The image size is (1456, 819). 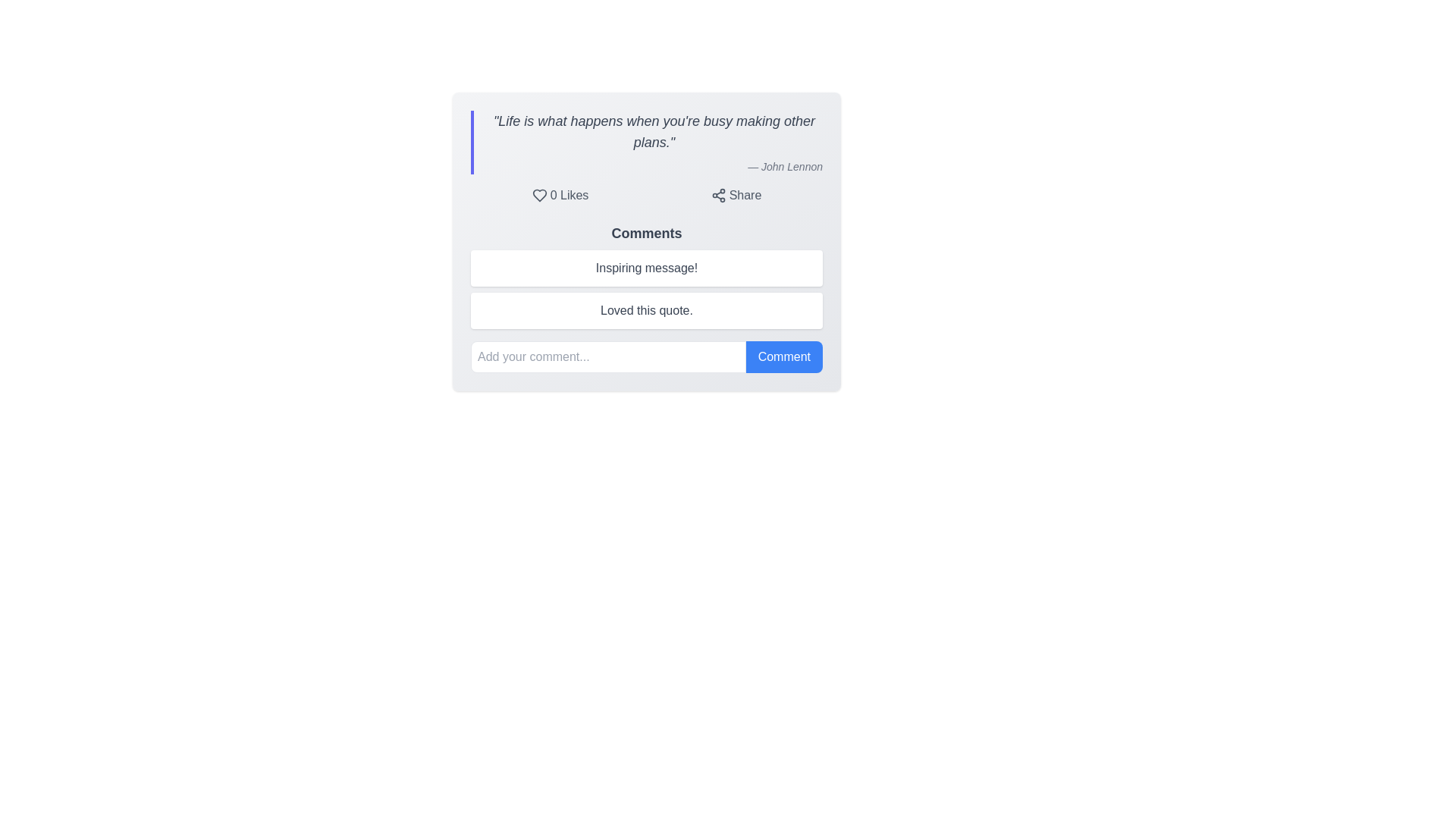 I want to click on the text label displaying 'Comments' which is a bold, dark gray heading centered at the top of the comments section, so click(x=647, y=234).